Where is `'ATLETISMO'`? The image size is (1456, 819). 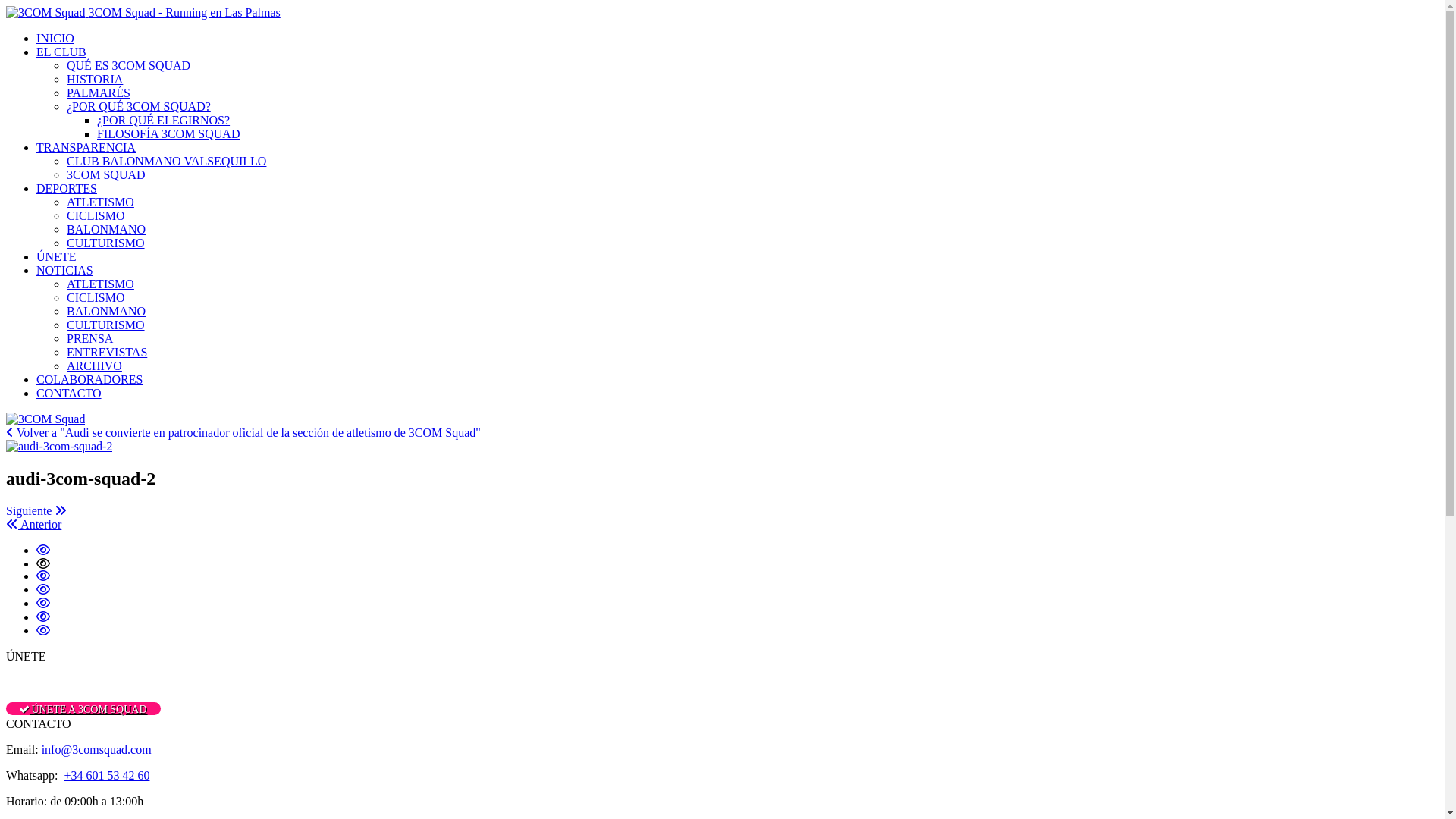
'ATLETISMO' is located at coordinates (99, 201).